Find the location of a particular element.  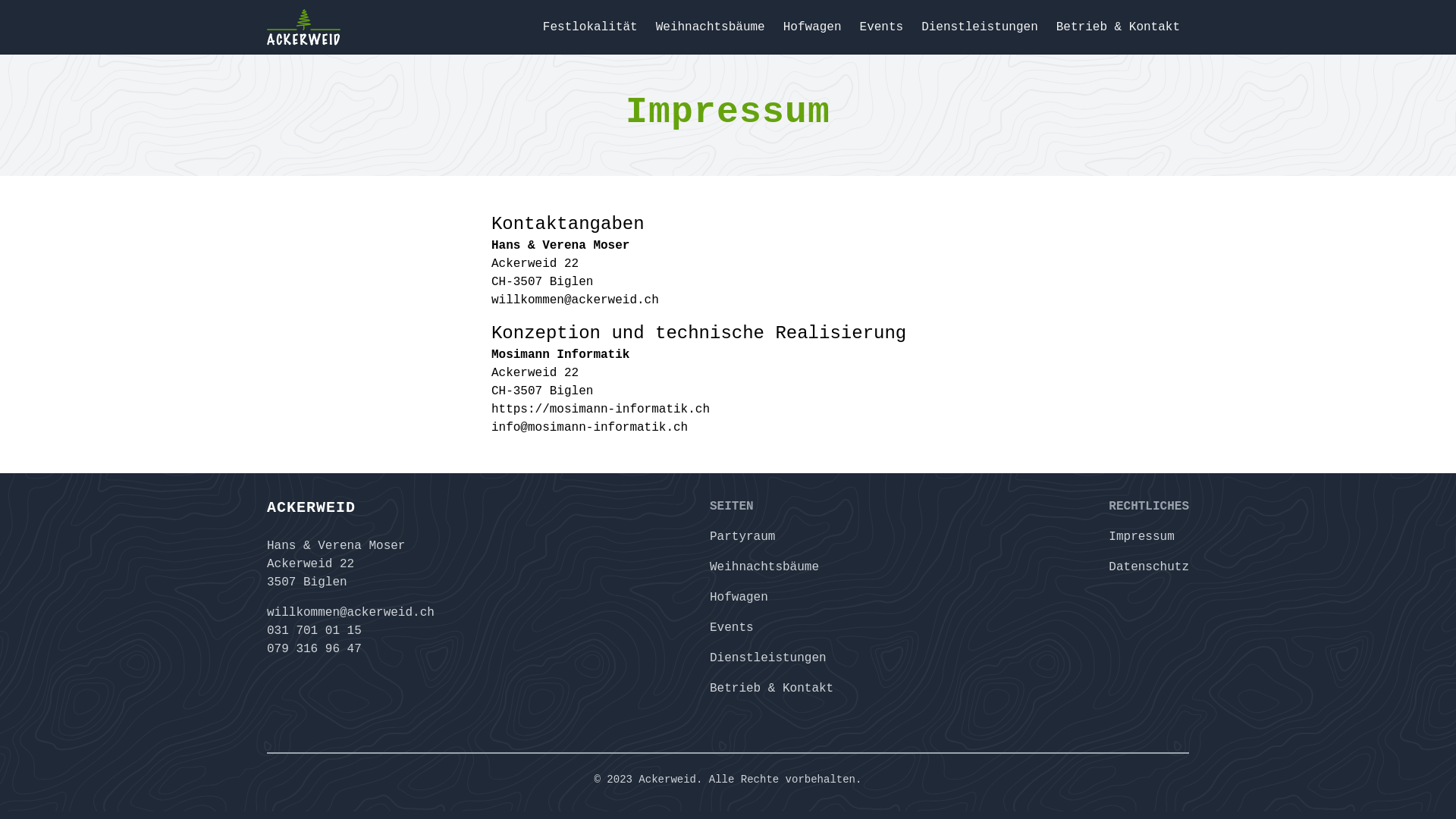

'https://mosimann-informatik.ch' is located at coordinates (600, 409).